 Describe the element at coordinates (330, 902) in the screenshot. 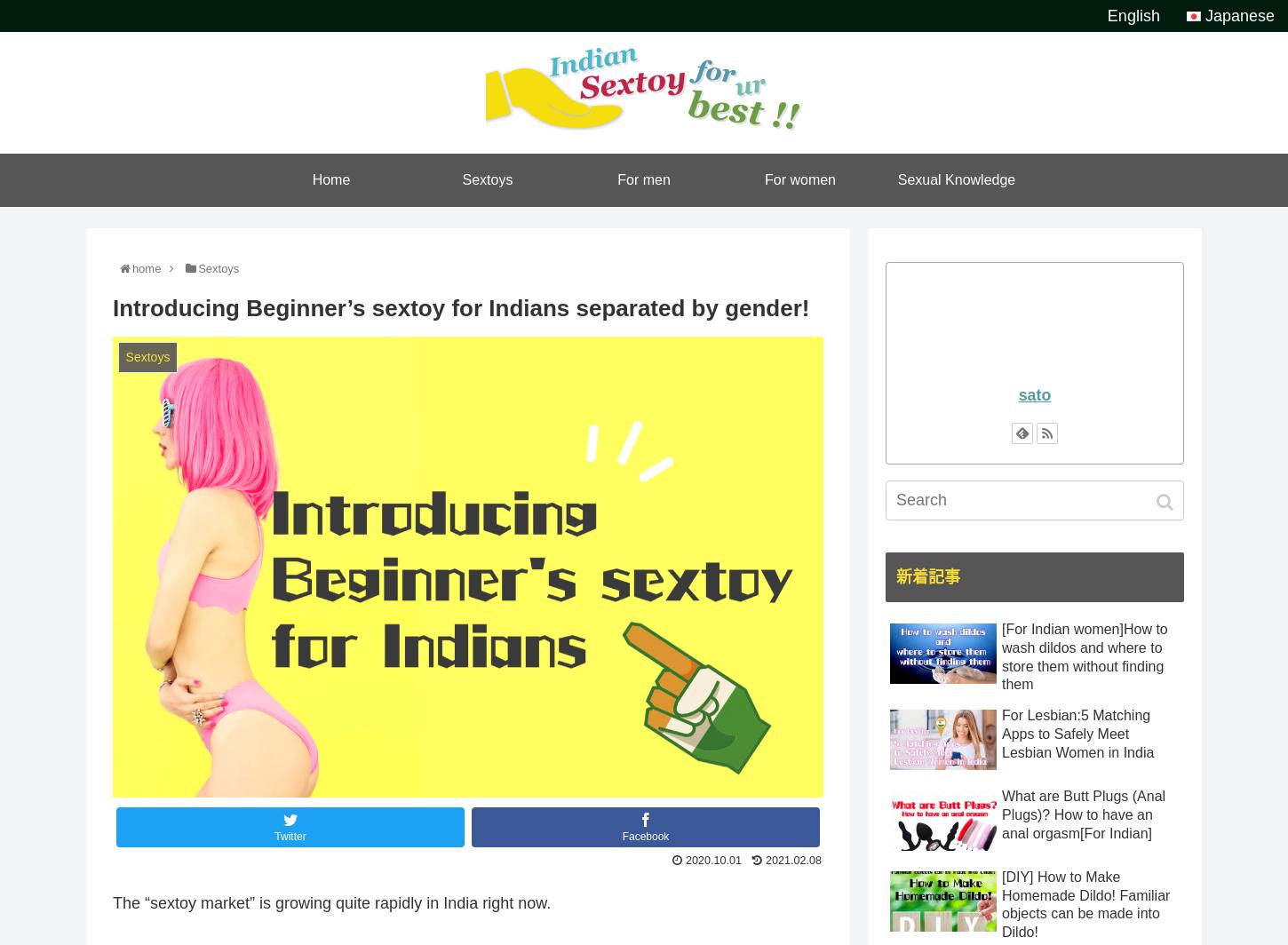

I see `'The “sextoy market” is growing quite rapidly in India right now.'` at that location.